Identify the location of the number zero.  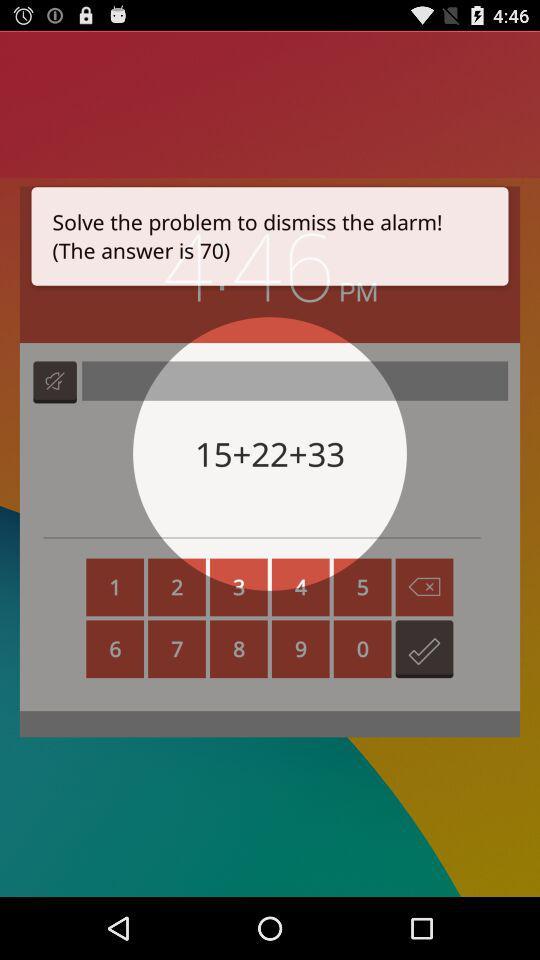
(361, 647).